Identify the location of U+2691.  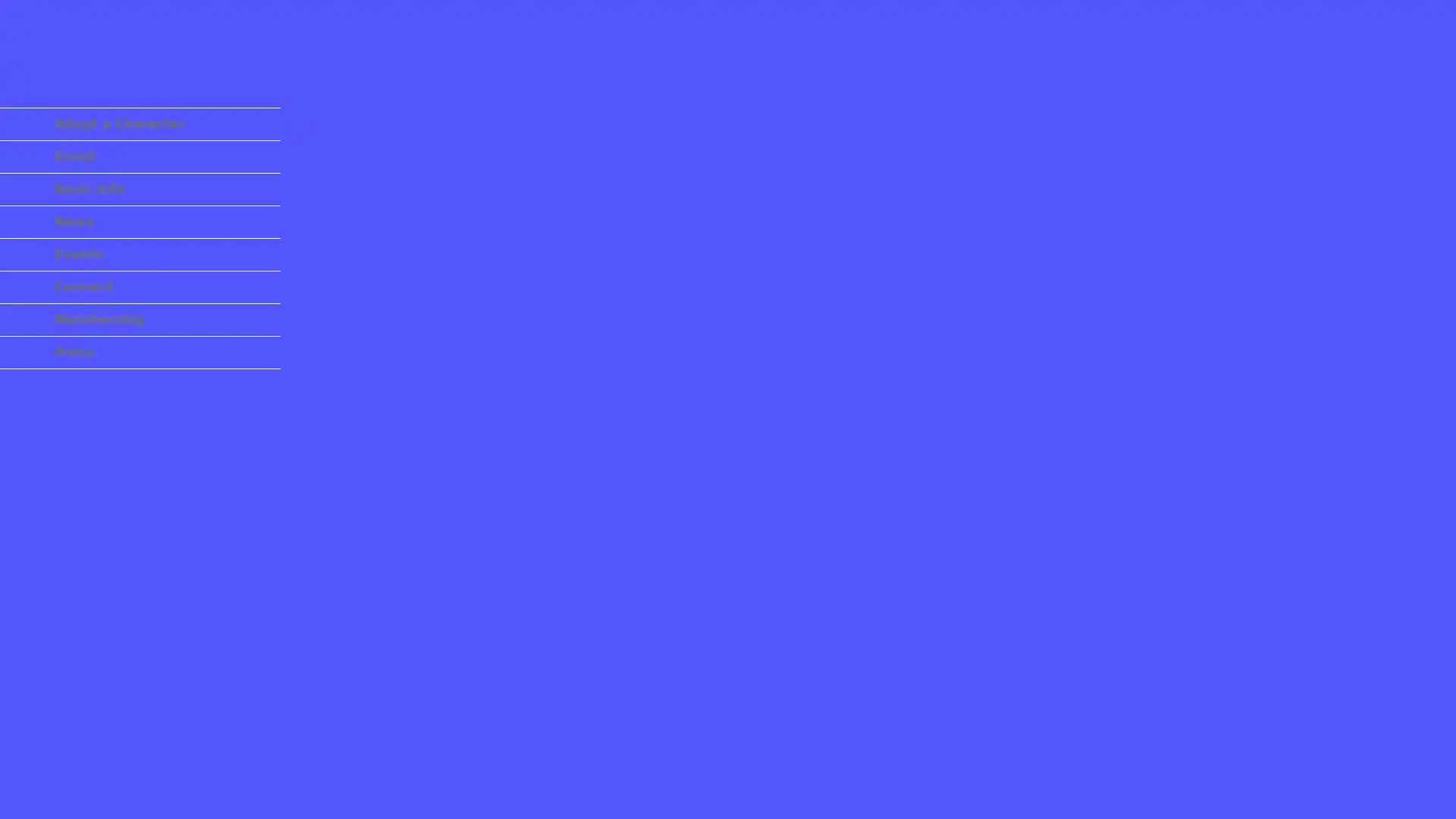
(1164, 292).